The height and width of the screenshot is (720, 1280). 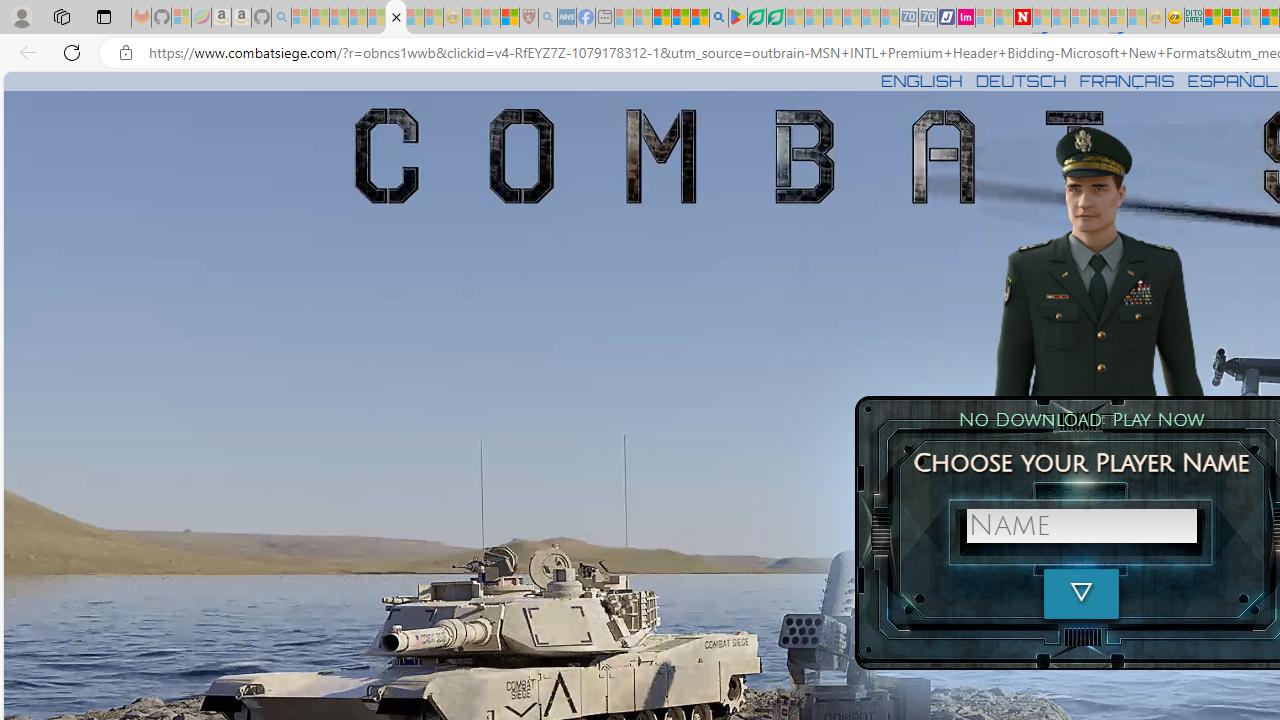 I want to click on 'DITOGAMES AG Imprint', so click(x=1194, y=17).